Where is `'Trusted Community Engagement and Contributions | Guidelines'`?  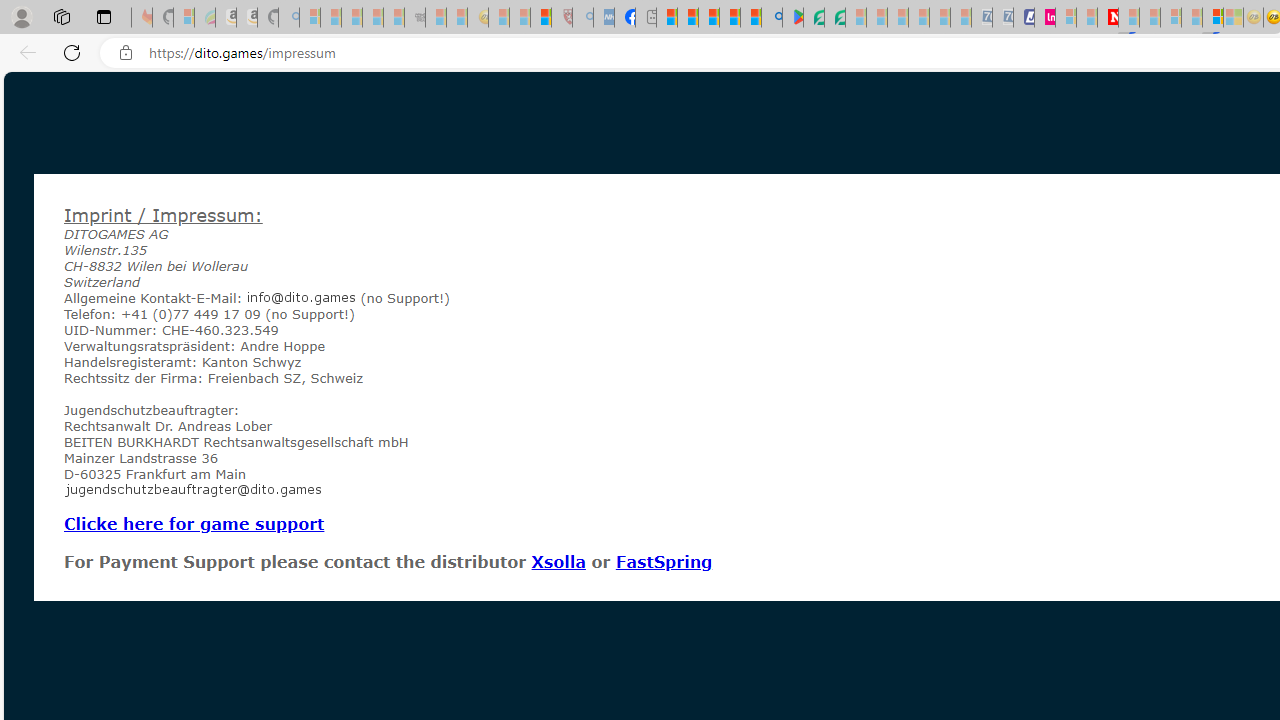
'Trusted Community Engagement and Contributions | Guidelines' is located at coordinates (1128, 17).